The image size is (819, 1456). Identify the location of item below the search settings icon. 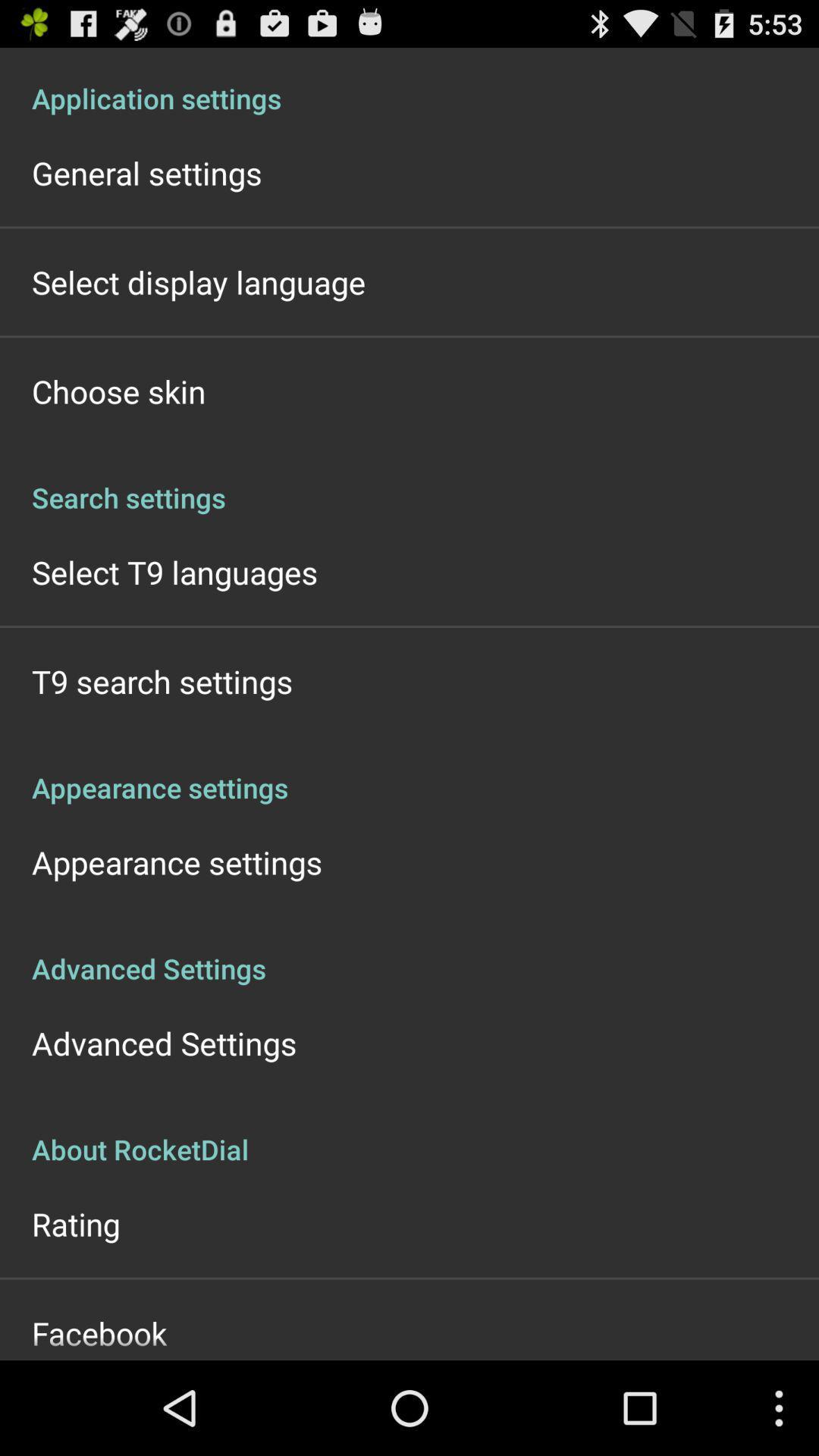
(174, 571).